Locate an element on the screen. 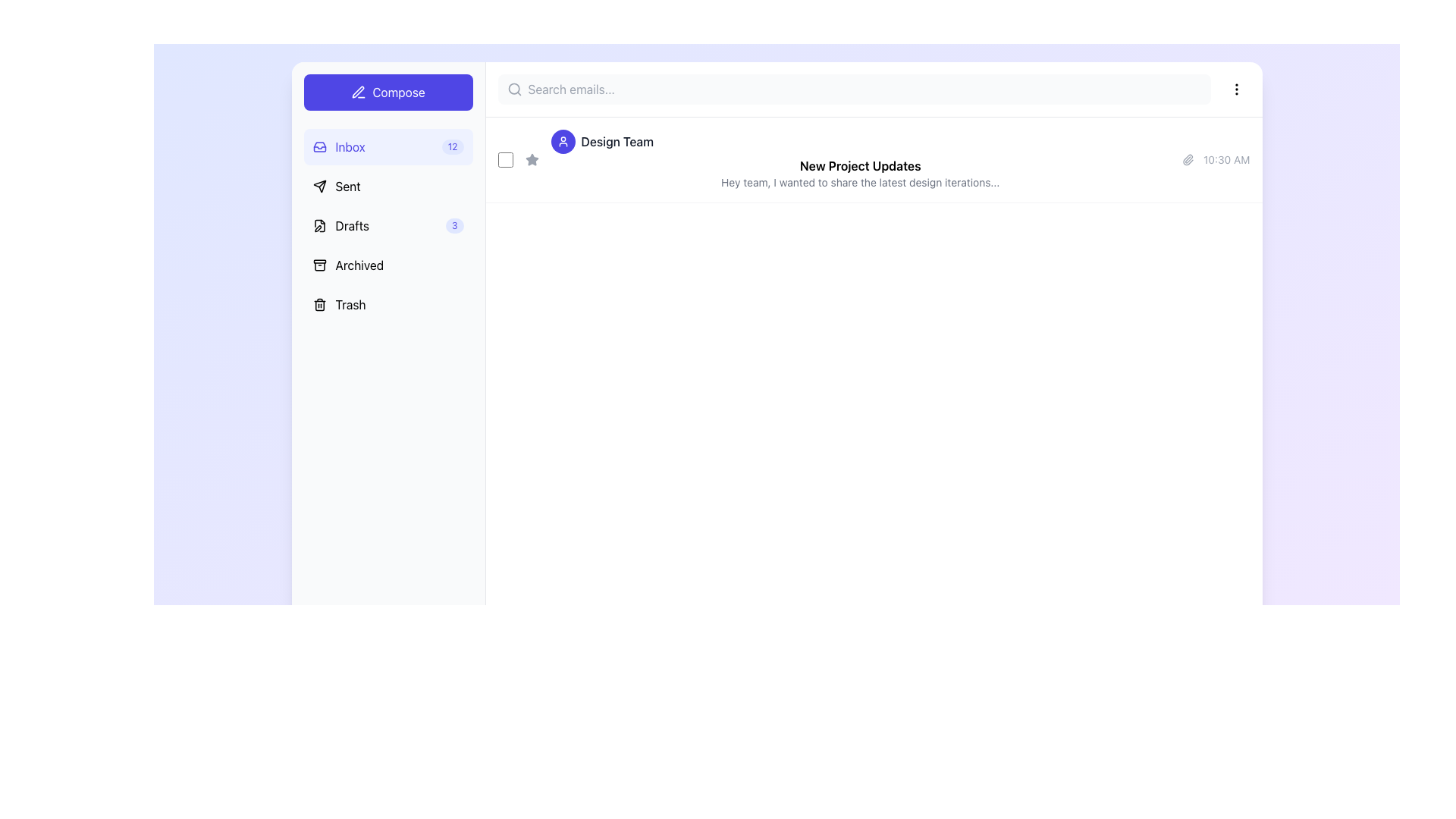 Image resolution: width=1456 pixels, height=819 pixels. the text-based content area that provides a summary preview of a message or notification from the 'Design Team' is located at coordinates (860, 160).